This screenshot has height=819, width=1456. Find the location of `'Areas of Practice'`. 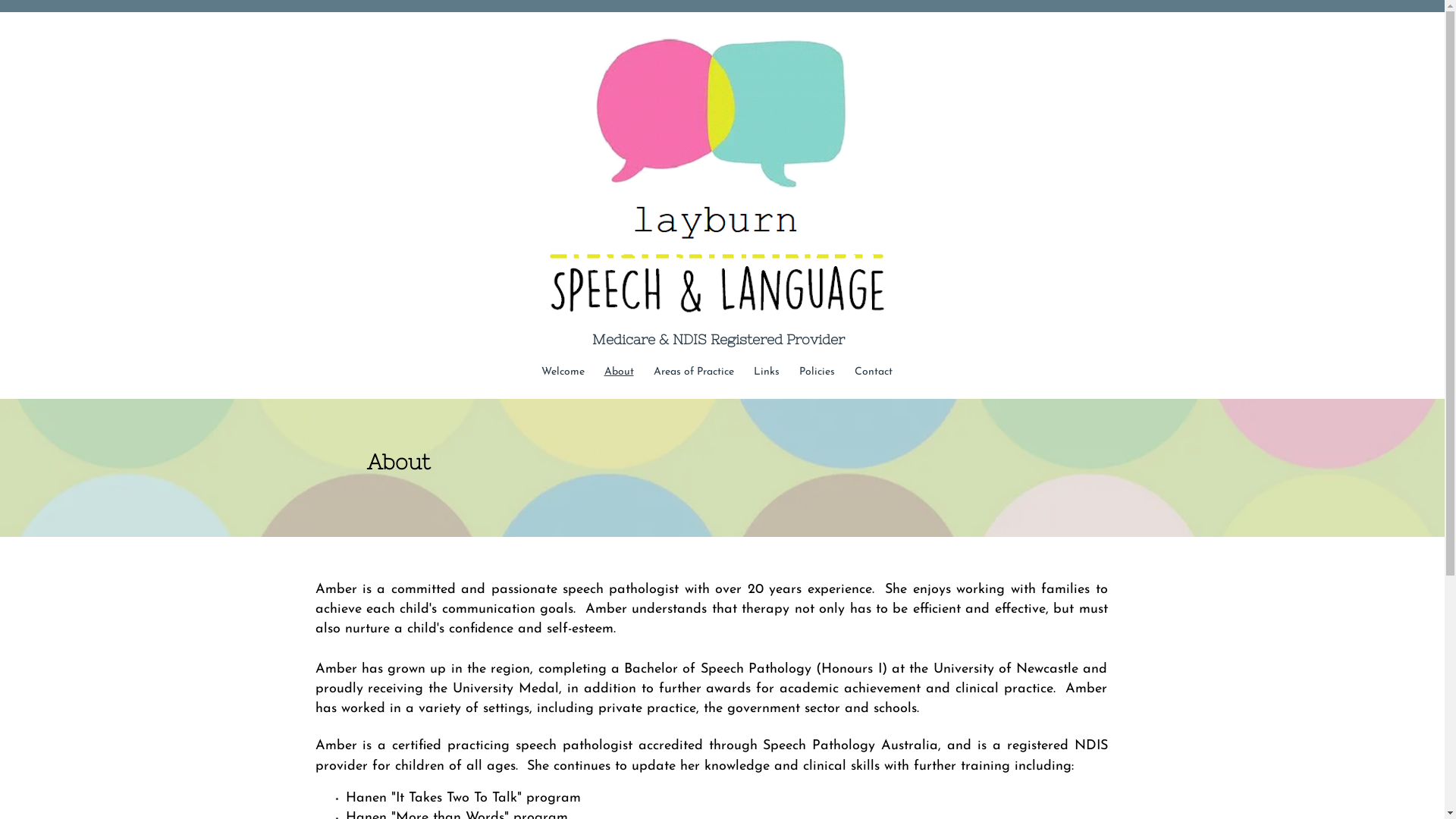

'Areas of Practice' is located at coordinates (643, 372).